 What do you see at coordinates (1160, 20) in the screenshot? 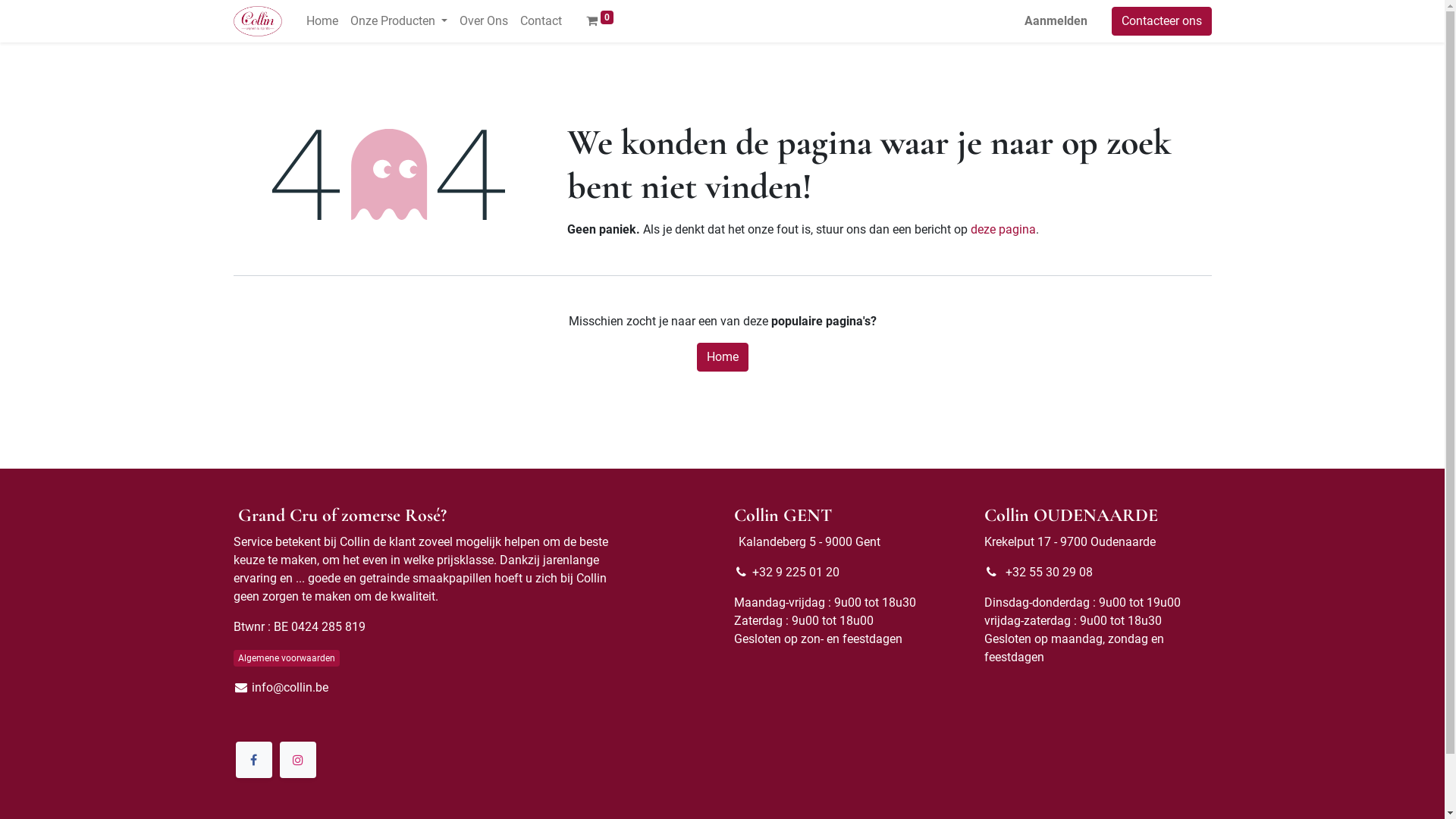
I see `'Contacteer ons'` at bounding box center [1160, 20].